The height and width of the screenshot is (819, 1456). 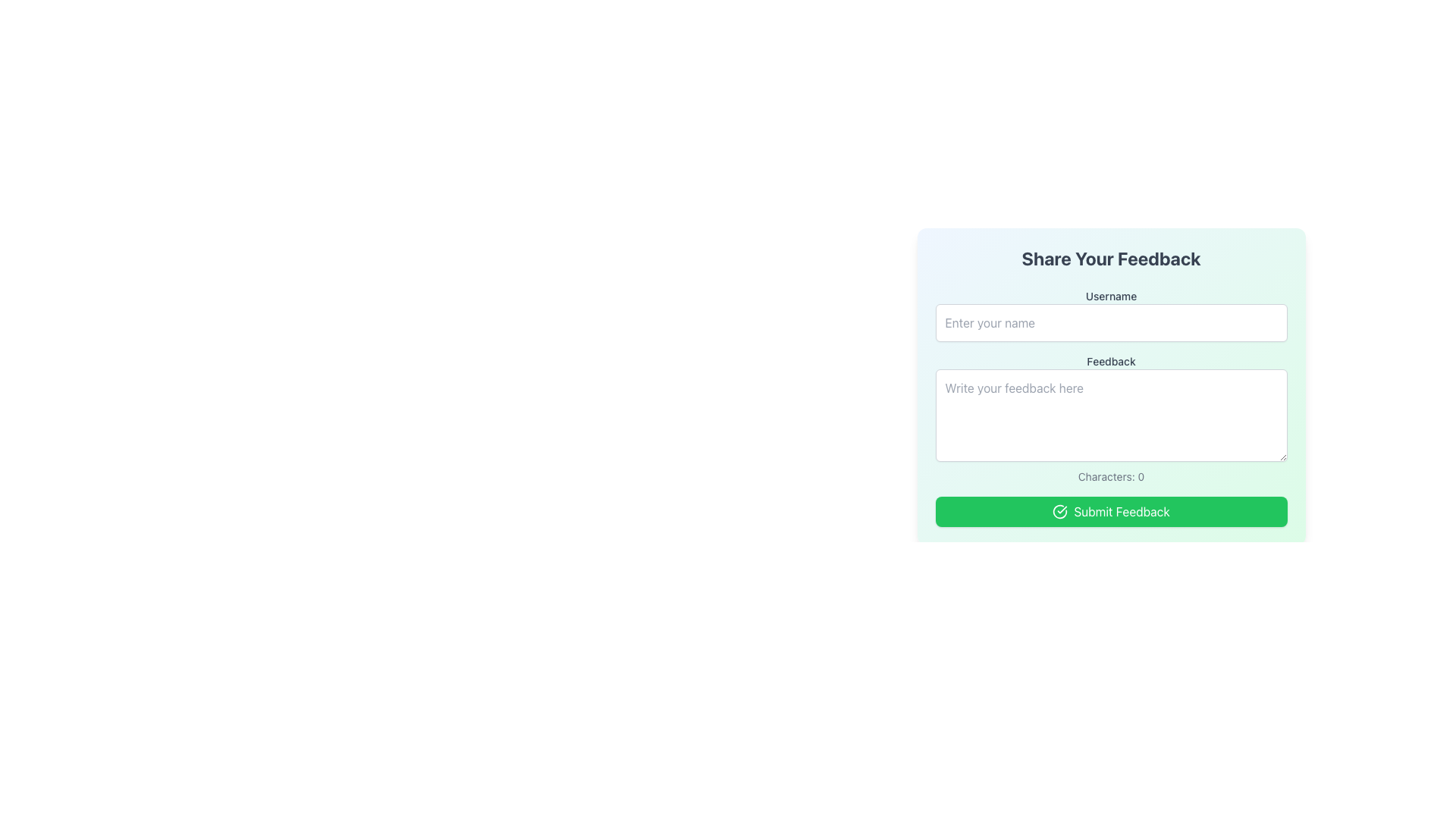 What do you see at coordinates (1059, 512) in the screenshot?
I see `the confirmation icon within the 'Submit Feedback' button, which is positioned towards the left side near the edge of the text label` at bounding box center [1059, 512].